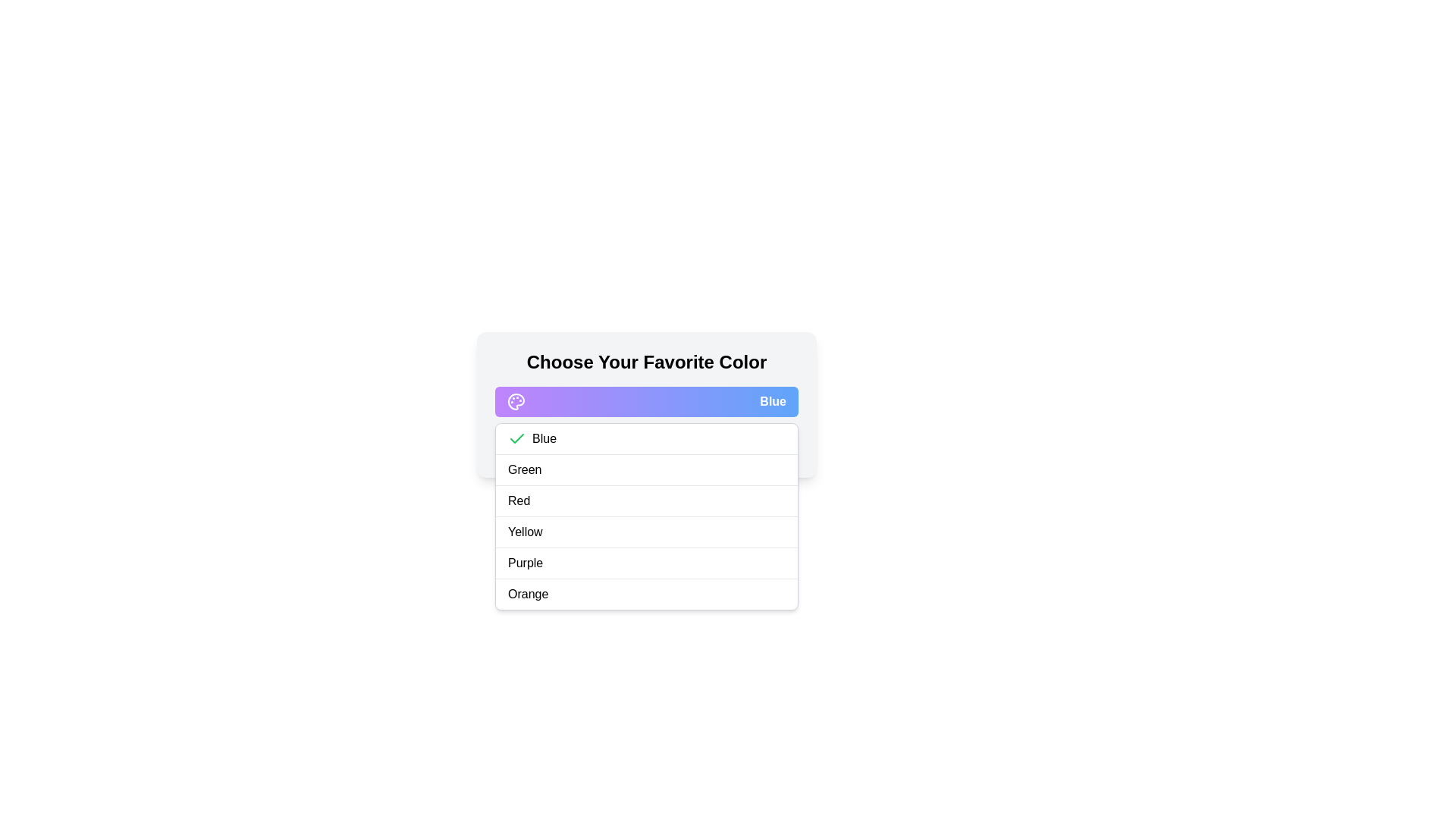 This screenshot has width=1456, height=819. Describe the element at coordinates (516, 438) in the screenshot. I see `the visual indicator icon confirming the selection of the 'Blue' option, located at the leftmost side of the group, within the same line as the text 'Blue'` at that location.